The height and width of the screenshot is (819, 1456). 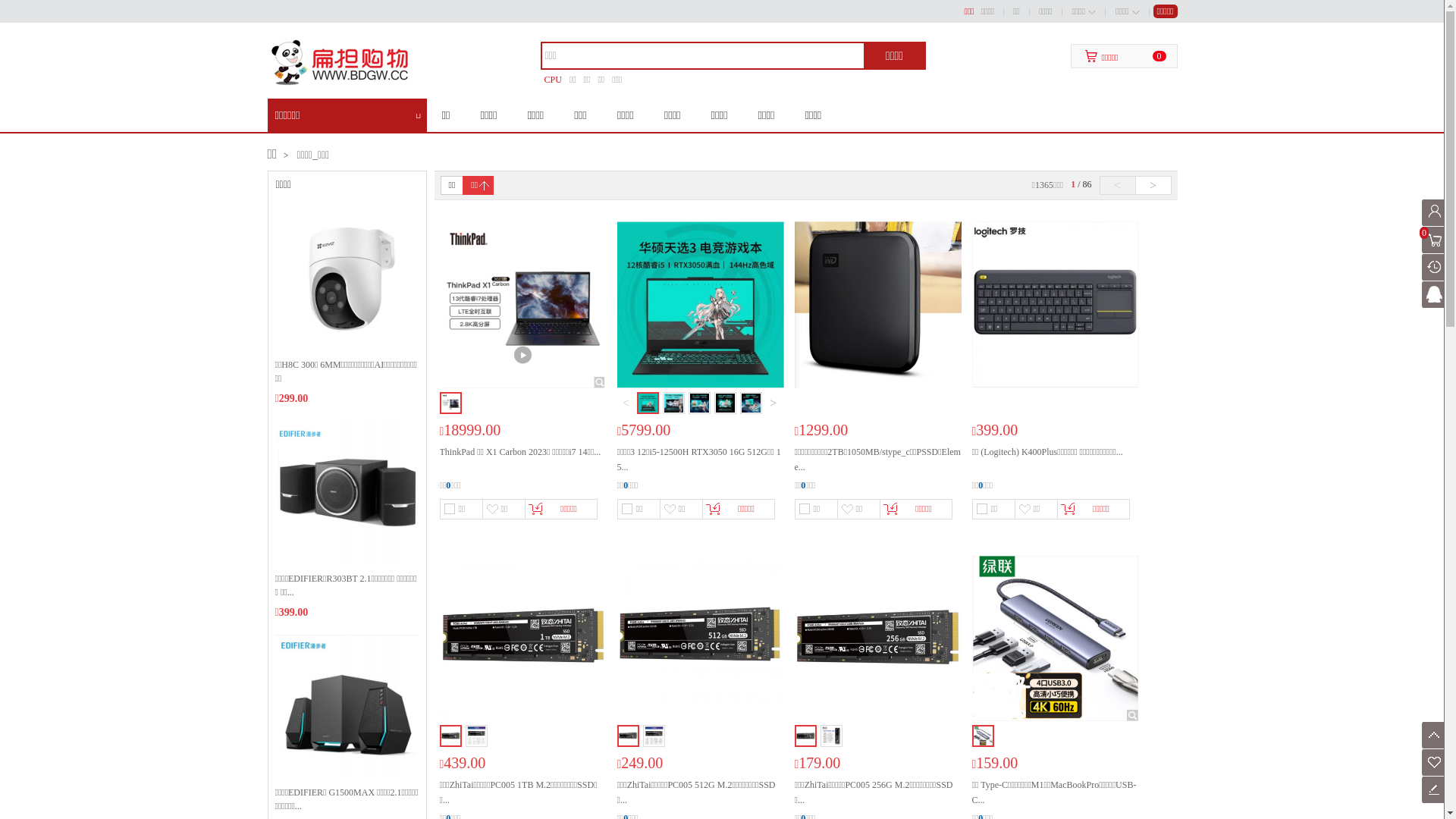 What do you see at coordinates (552, 79) in the screenshot?
I see `'CPU'` at bounding box center [552, 79].